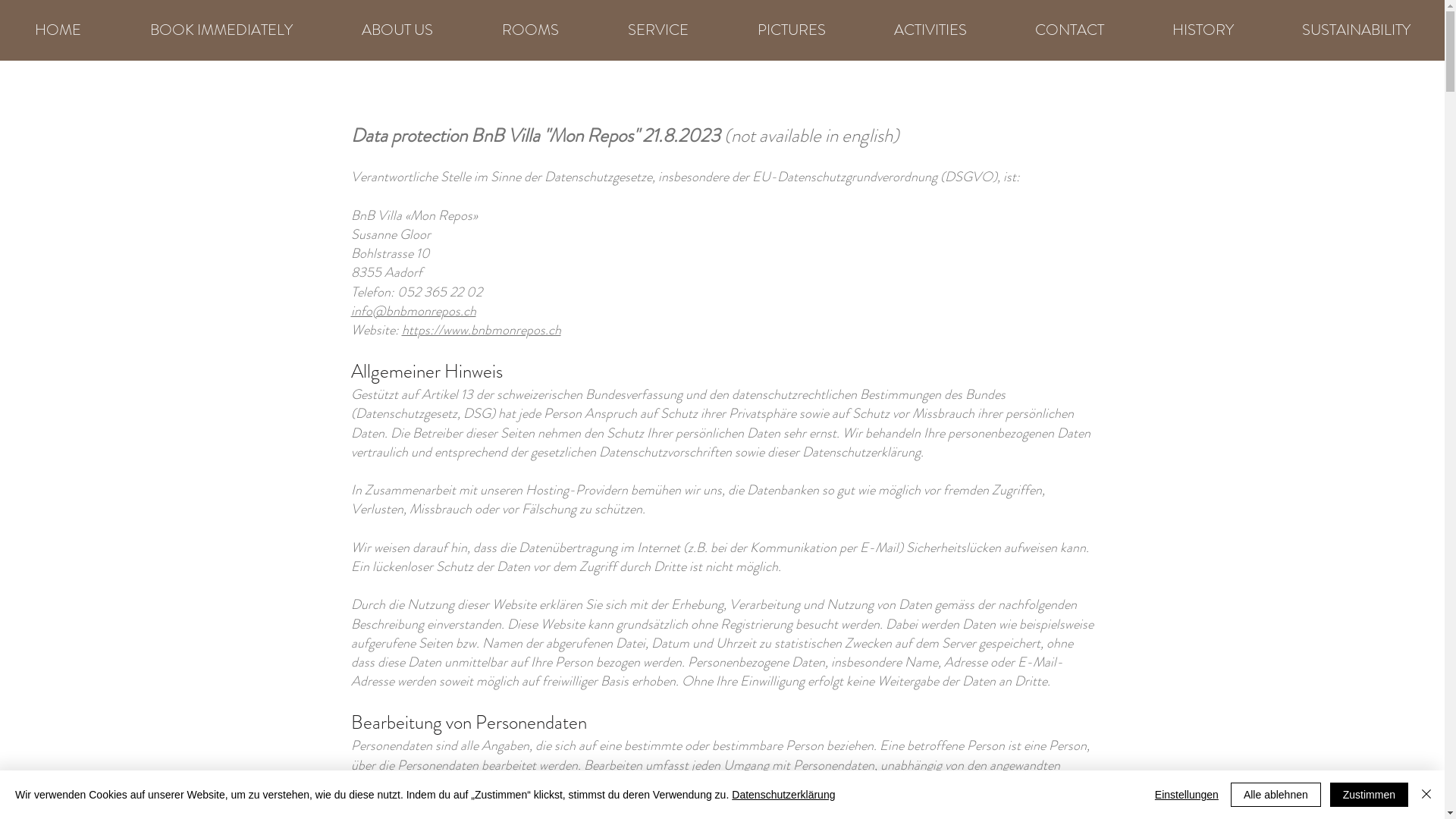  I want to click on 'Zustimmen', so click(1369, 794).